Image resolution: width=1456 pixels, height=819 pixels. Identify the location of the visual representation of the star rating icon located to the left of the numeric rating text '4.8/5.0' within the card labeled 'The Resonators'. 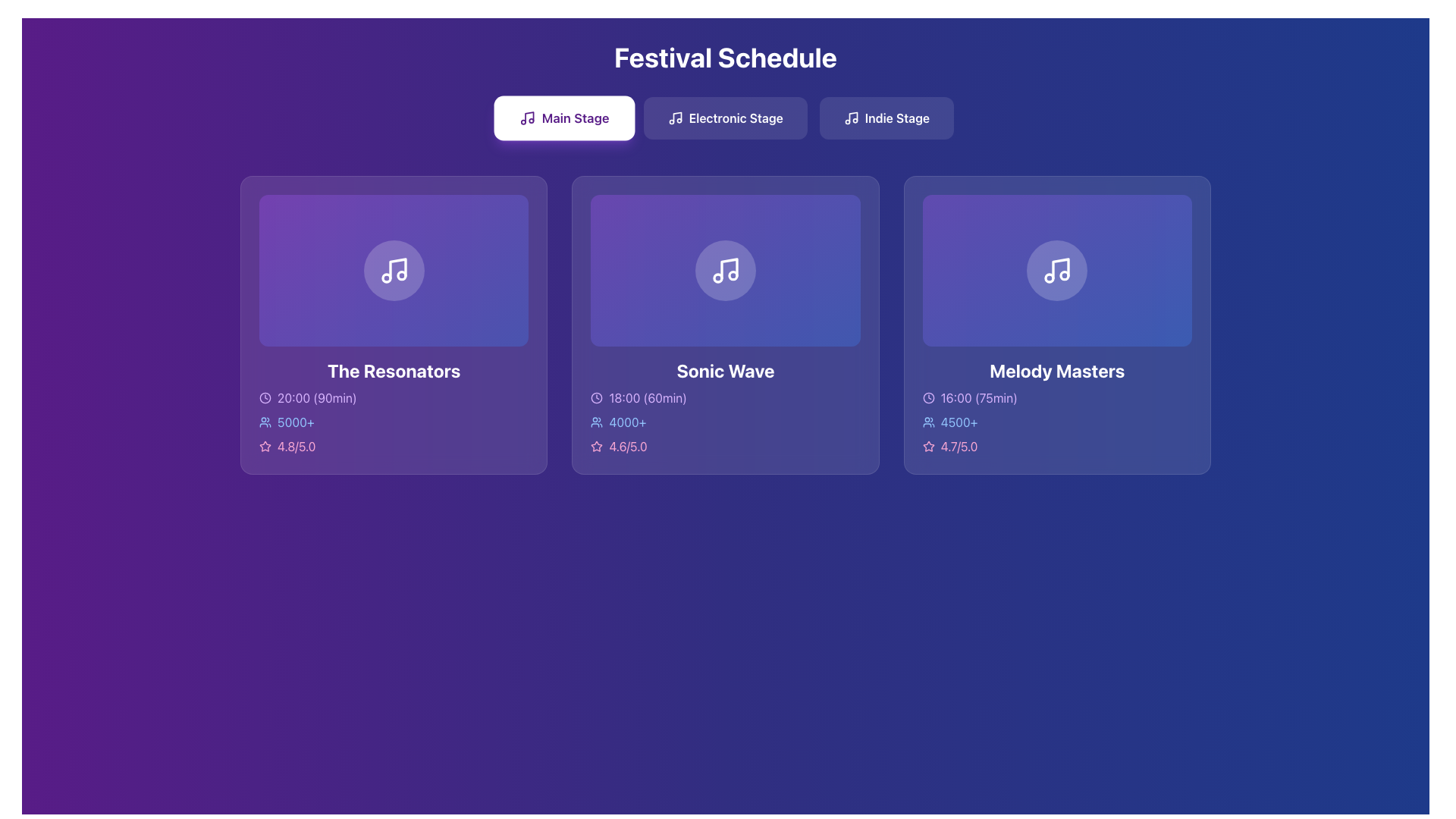
(265, 444).